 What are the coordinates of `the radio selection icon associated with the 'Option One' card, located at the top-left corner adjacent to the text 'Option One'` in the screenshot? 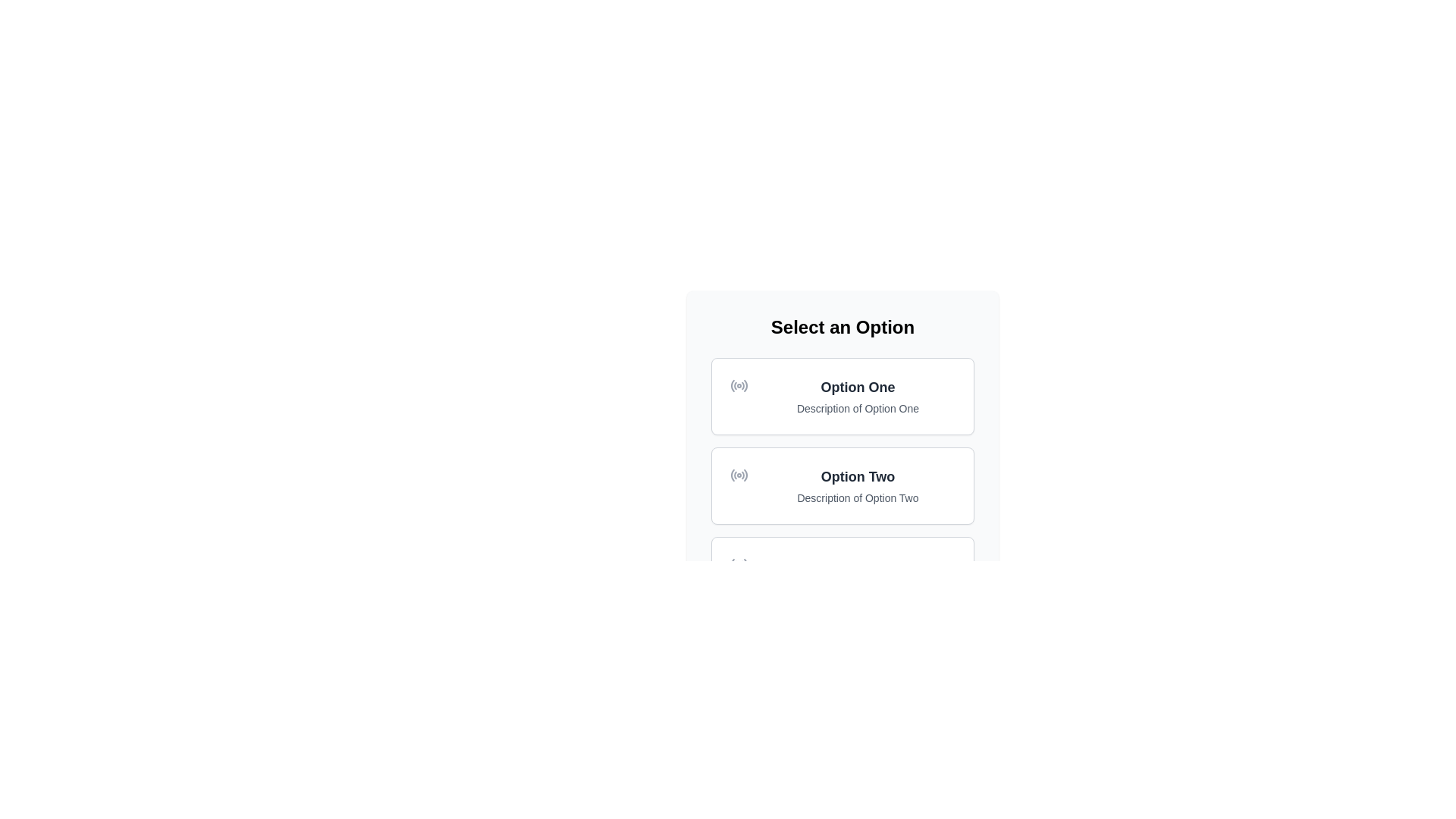 It's located at (739, 385).